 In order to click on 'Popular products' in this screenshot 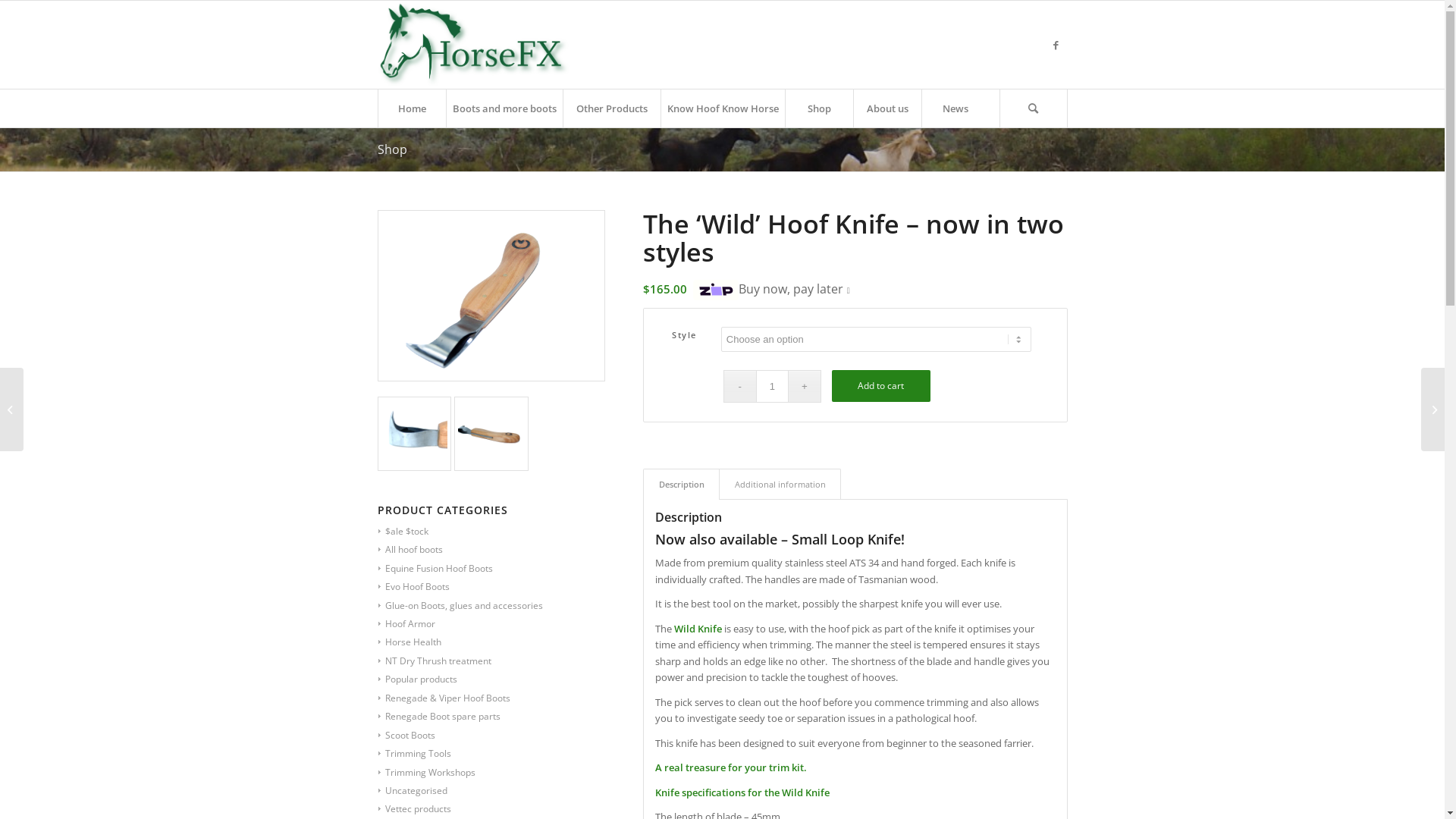, I will do `click(417, 678)`.